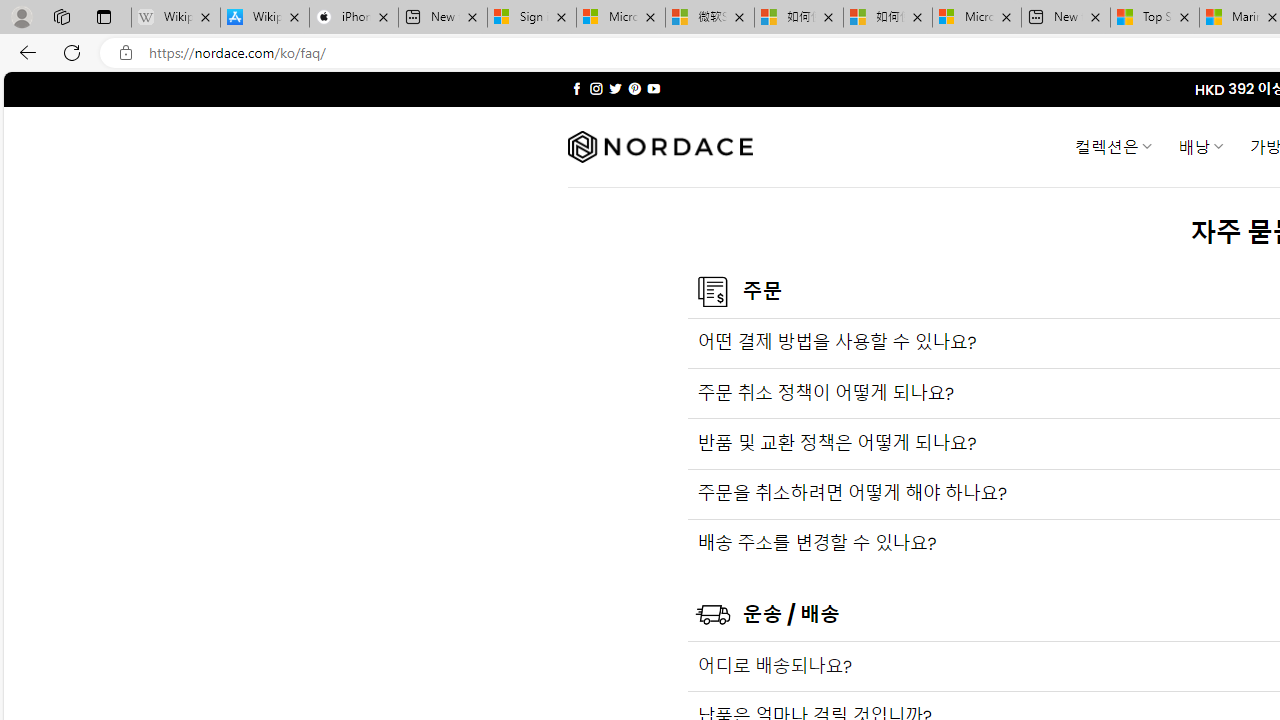 This screenshot has width=1280, height=720. Describe the element at coordinates (620, 17) in the screenshot. I see `'Microsoft Services Agreement'` at that location.